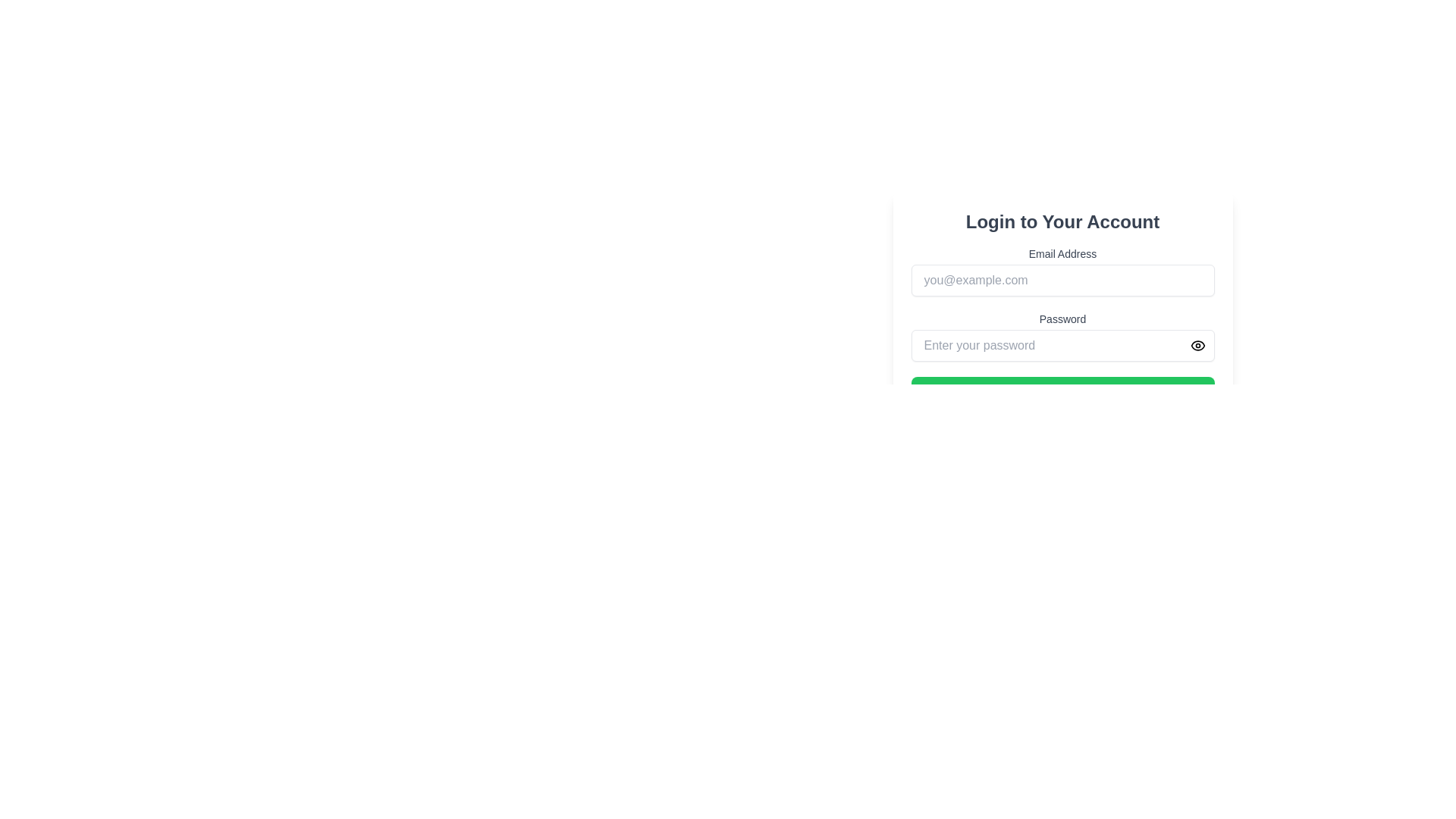  Describe the element at coordinates (1062, 318) in the screenshot. I see `the 'Password' label which is styled in small bold gray font and is positioned above the password input field in the login form` at that location.